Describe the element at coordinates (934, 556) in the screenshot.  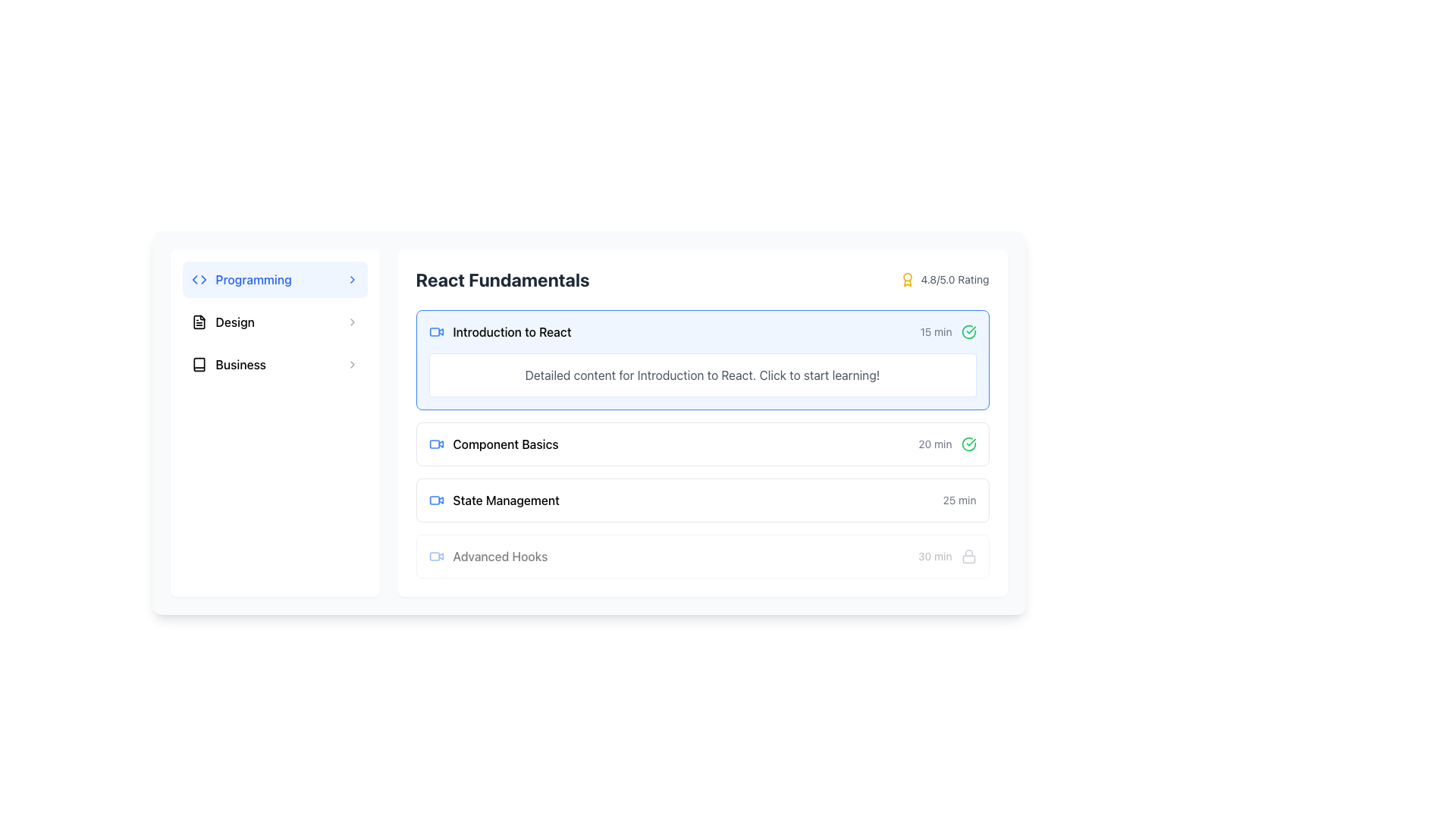
I see `the text label displaying '30 min' located in the rightmost part of the fourth row of a list, next to a lock icon` at that location.